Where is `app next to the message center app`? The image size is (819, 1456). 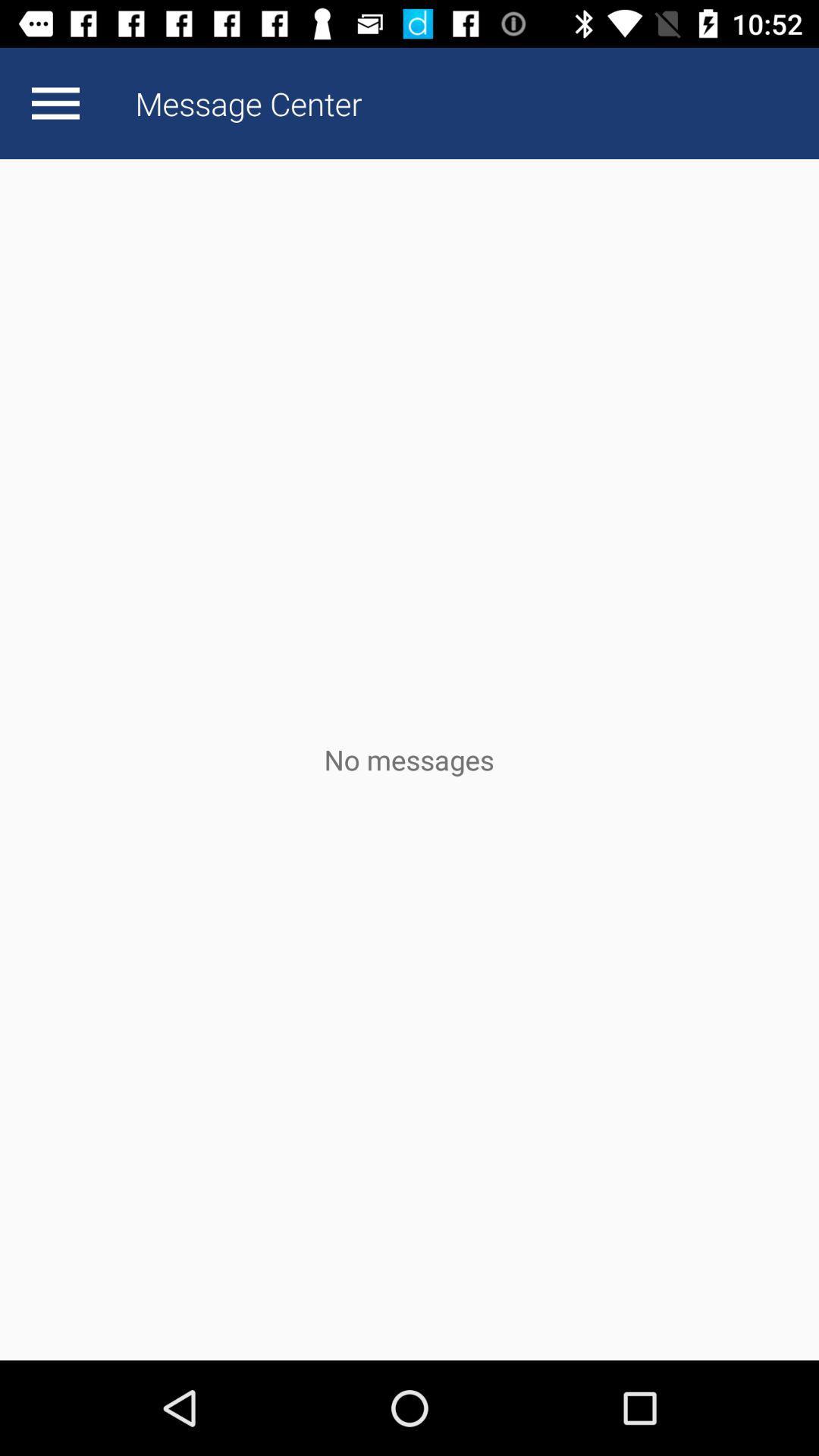
app next to the message center app is located at coordinates (55, 102).